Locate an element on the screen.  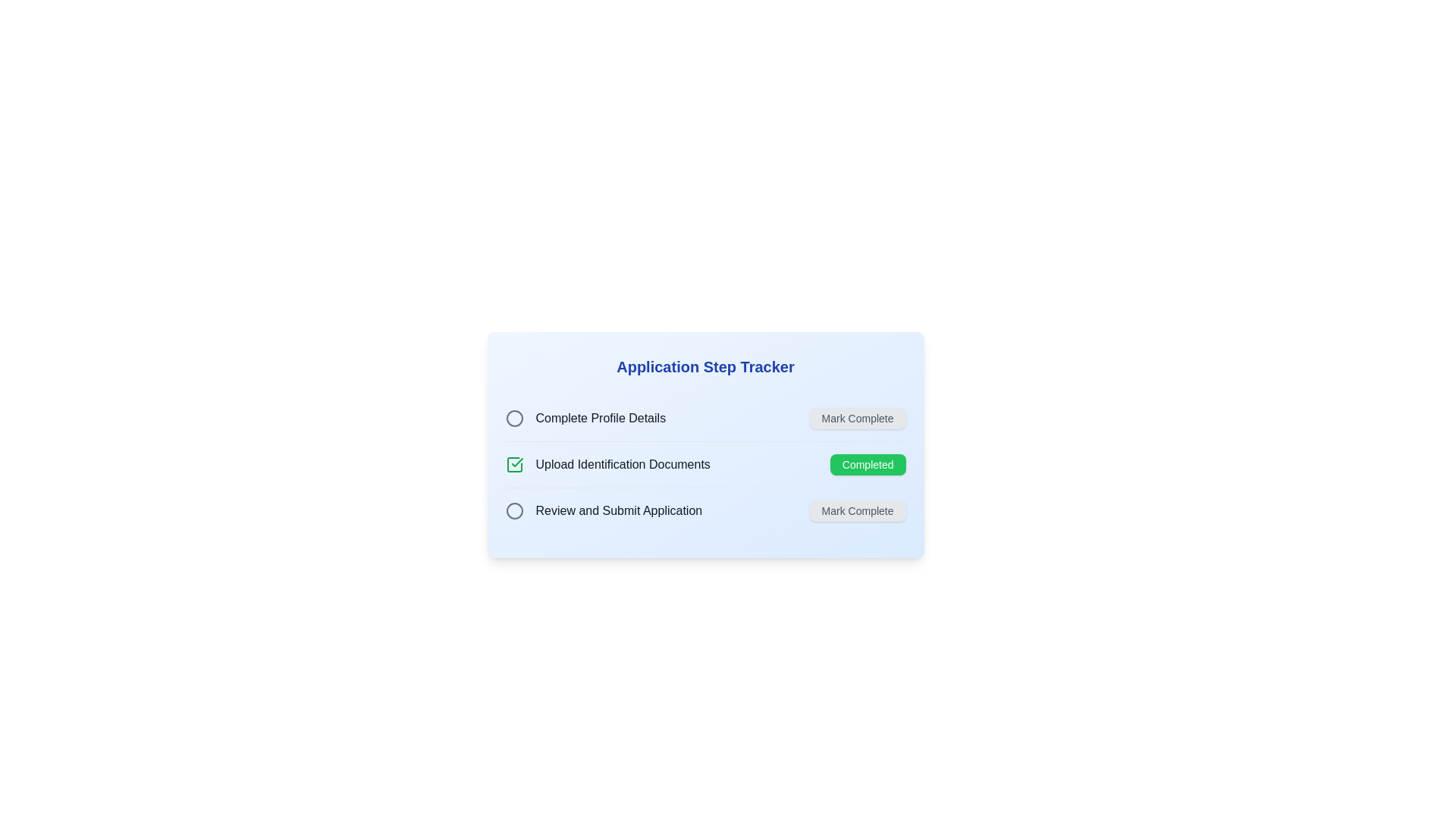
the informational label in the 'Application Step Tracker' section, located to the right of a circular icon is located at coordinates (600, 418).